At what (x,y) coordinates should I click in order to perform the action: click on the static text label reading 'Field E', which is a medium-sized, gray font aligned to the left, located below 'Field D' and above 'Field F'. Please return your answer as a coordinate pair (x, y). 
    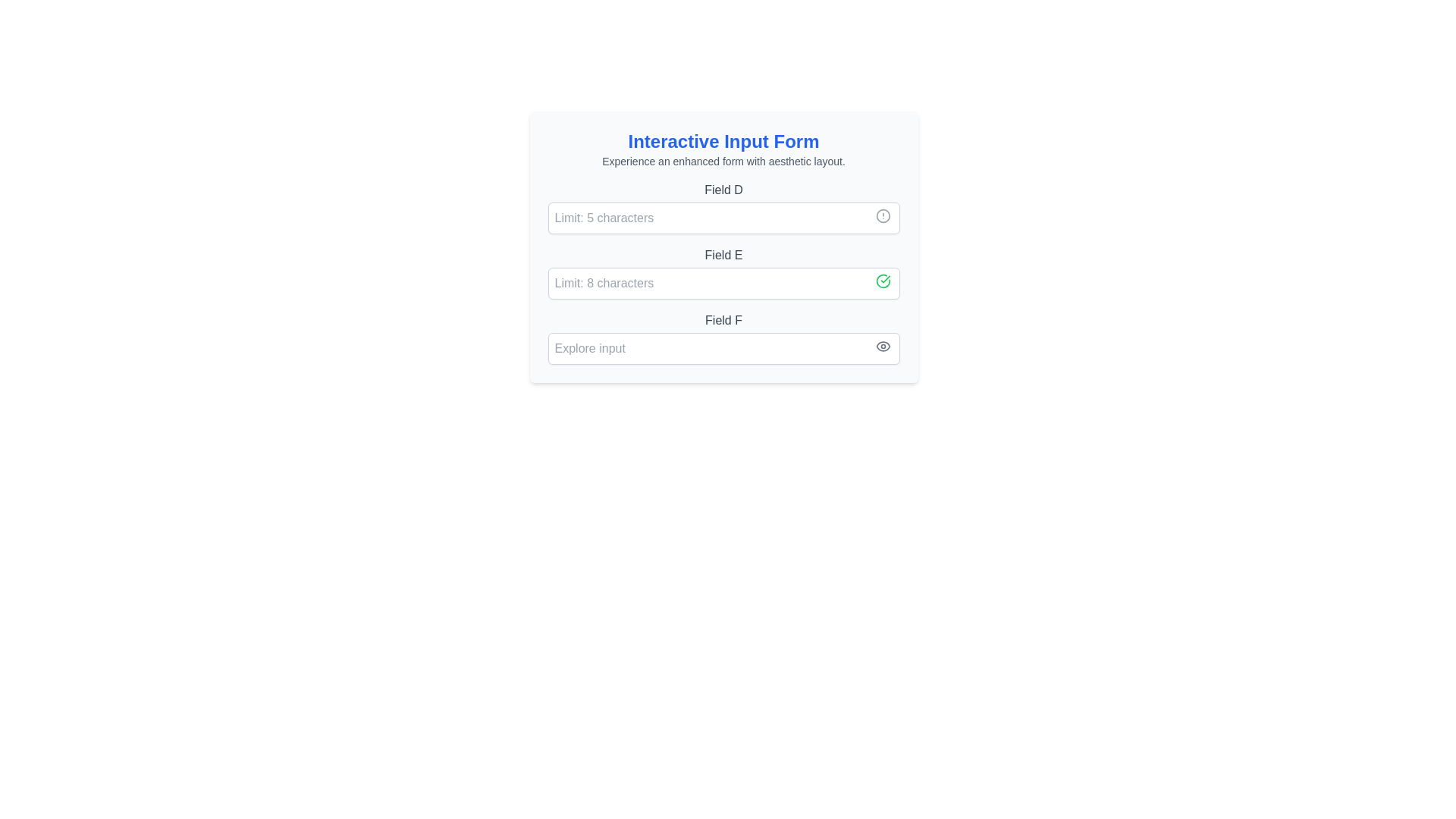
    Looking at the image, I should click on (723, 254).